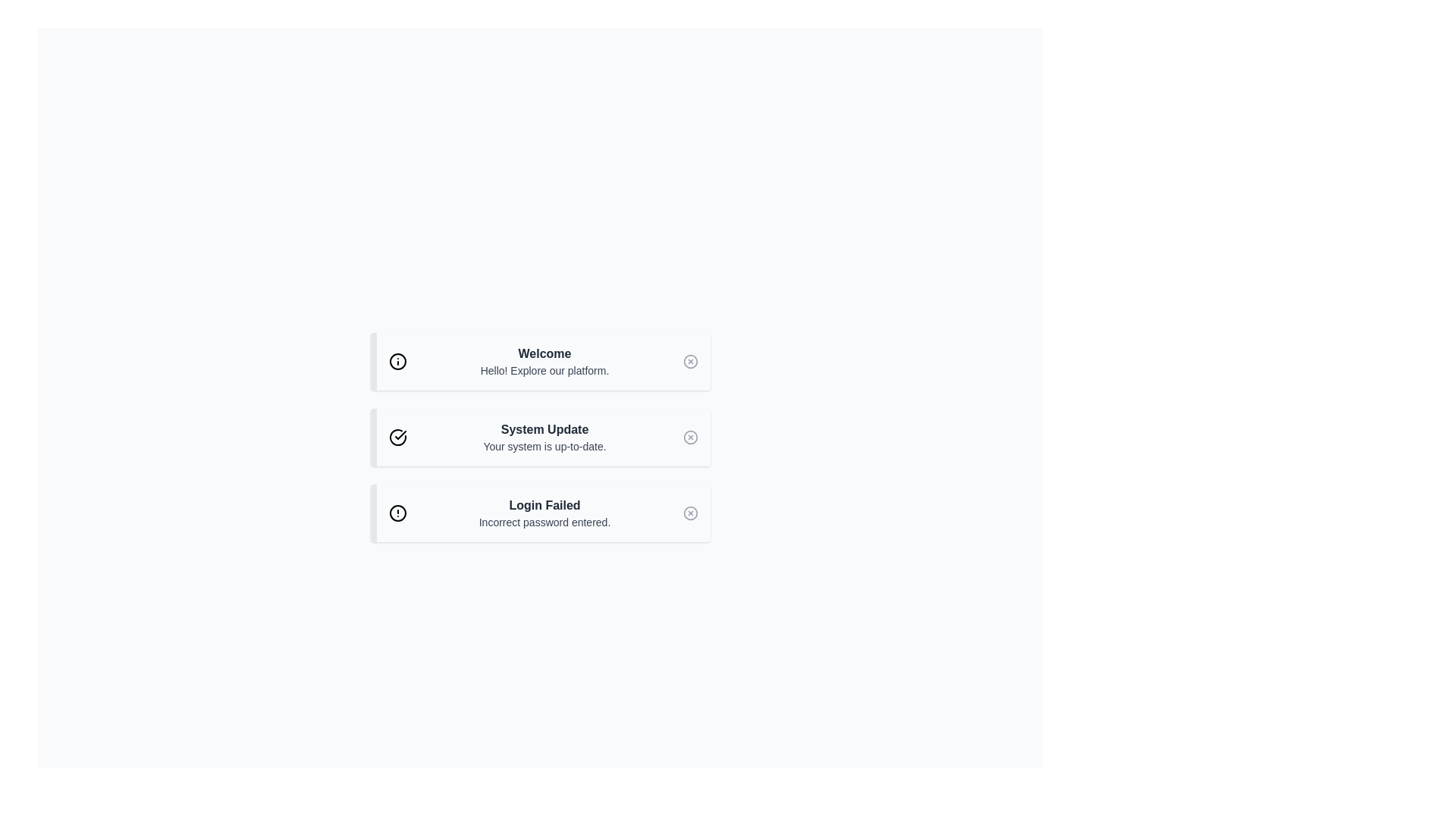  Describe the element at coordinates (689, 438) in the screenshot. I see `the decorative circle SVG element that indicates the option to dismiss the 'System Update' notification` at that location.